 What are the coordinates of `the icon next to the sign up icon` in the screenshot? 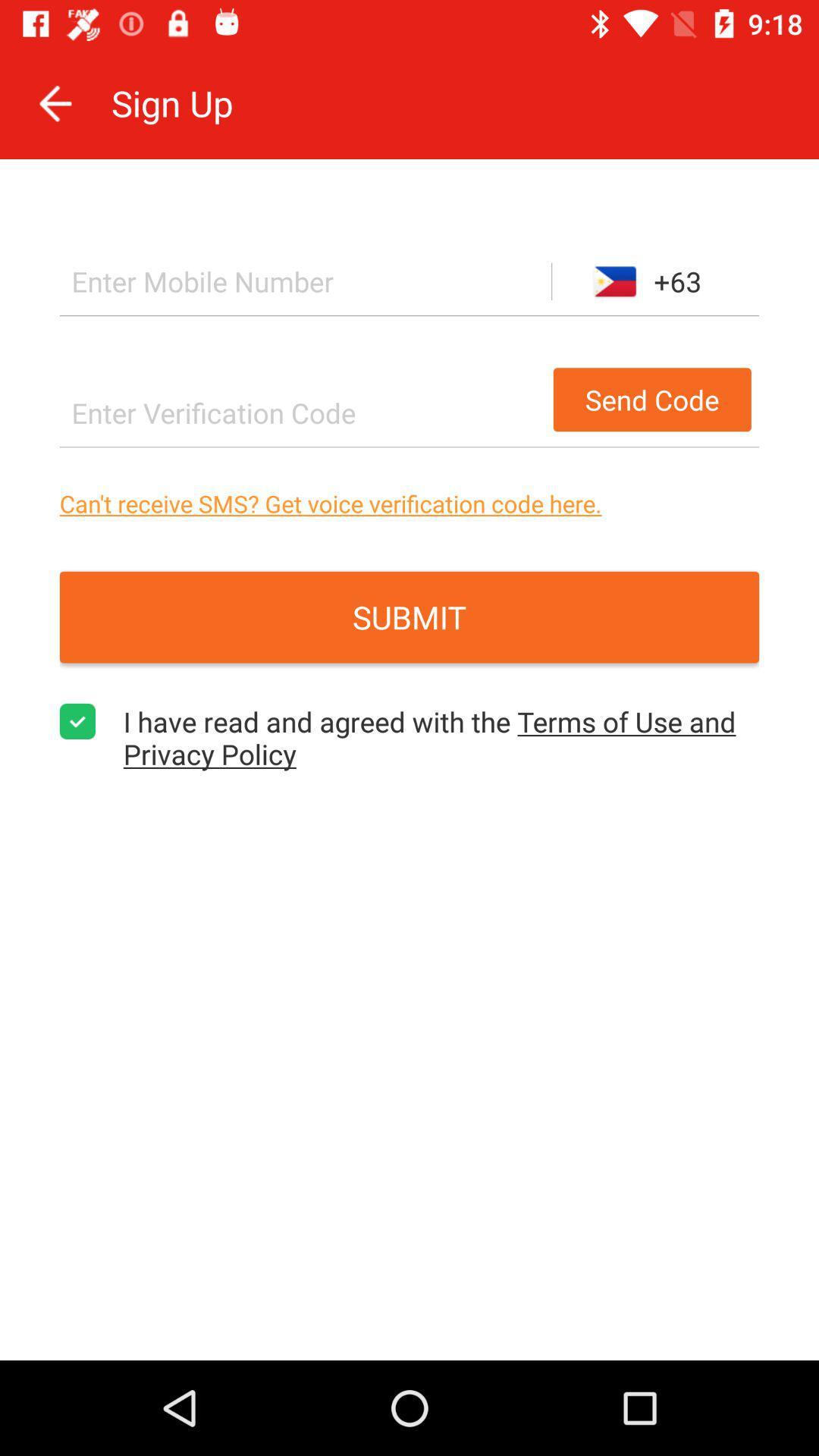 It's located at (55, 102).